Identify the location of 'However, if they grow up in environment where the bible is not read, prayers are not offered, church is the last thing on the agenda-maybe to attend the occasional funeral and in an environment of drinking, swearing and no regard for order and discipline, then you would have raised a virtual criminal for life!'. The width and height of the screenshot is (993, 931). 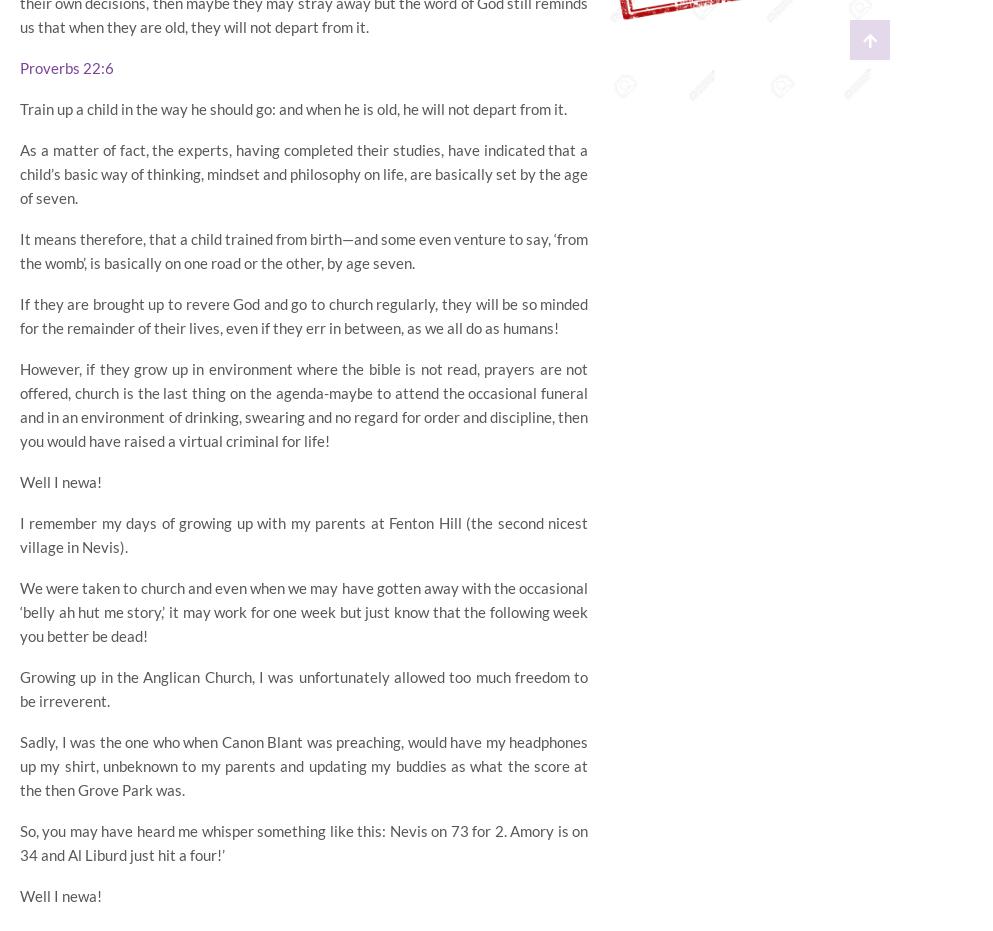
(303, 402).